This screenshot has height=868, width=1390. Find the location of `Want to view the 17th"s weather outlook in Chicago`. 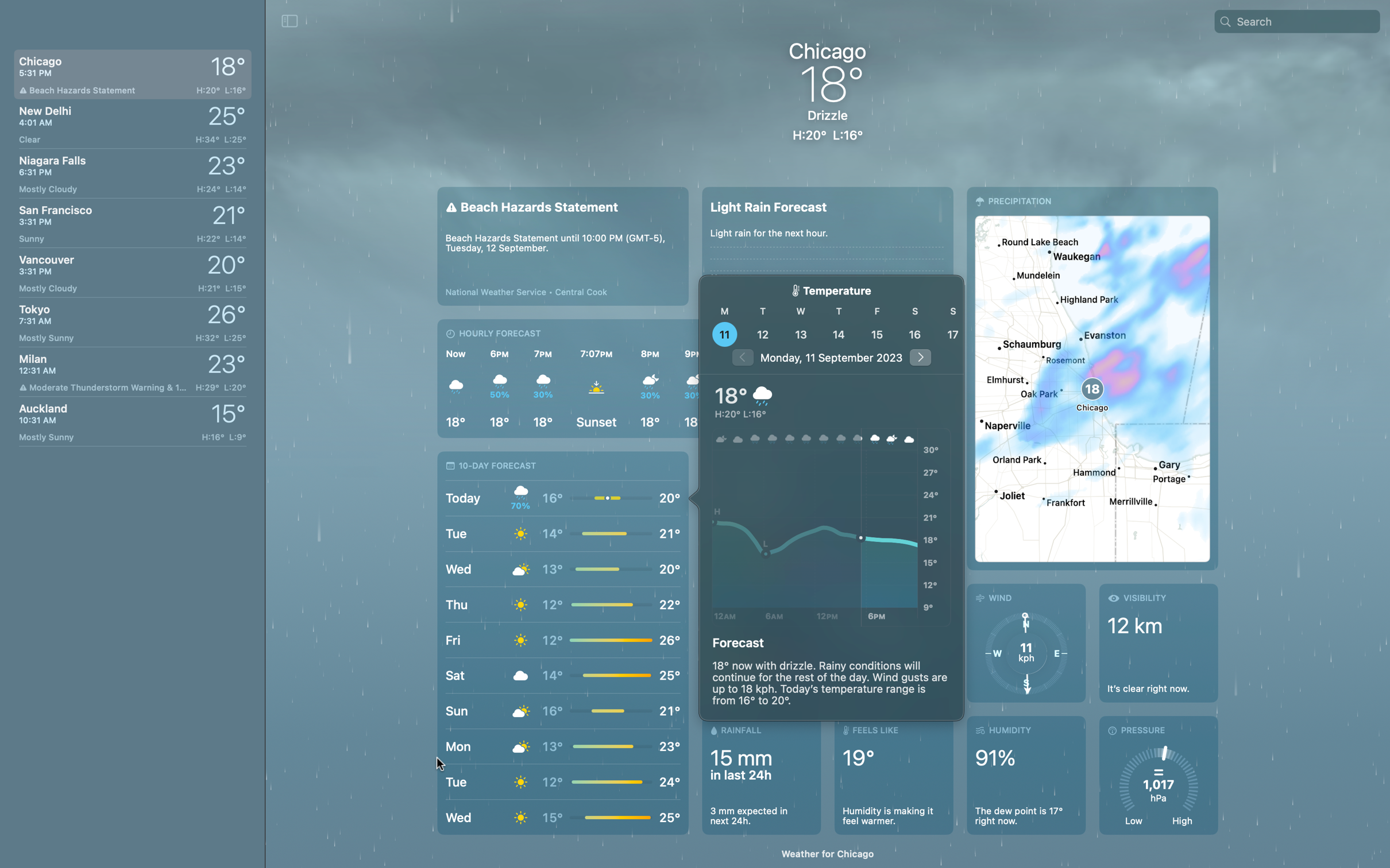

Want to view the 17th"s weather outlook in Chicago is located at coordinates (949, 334).